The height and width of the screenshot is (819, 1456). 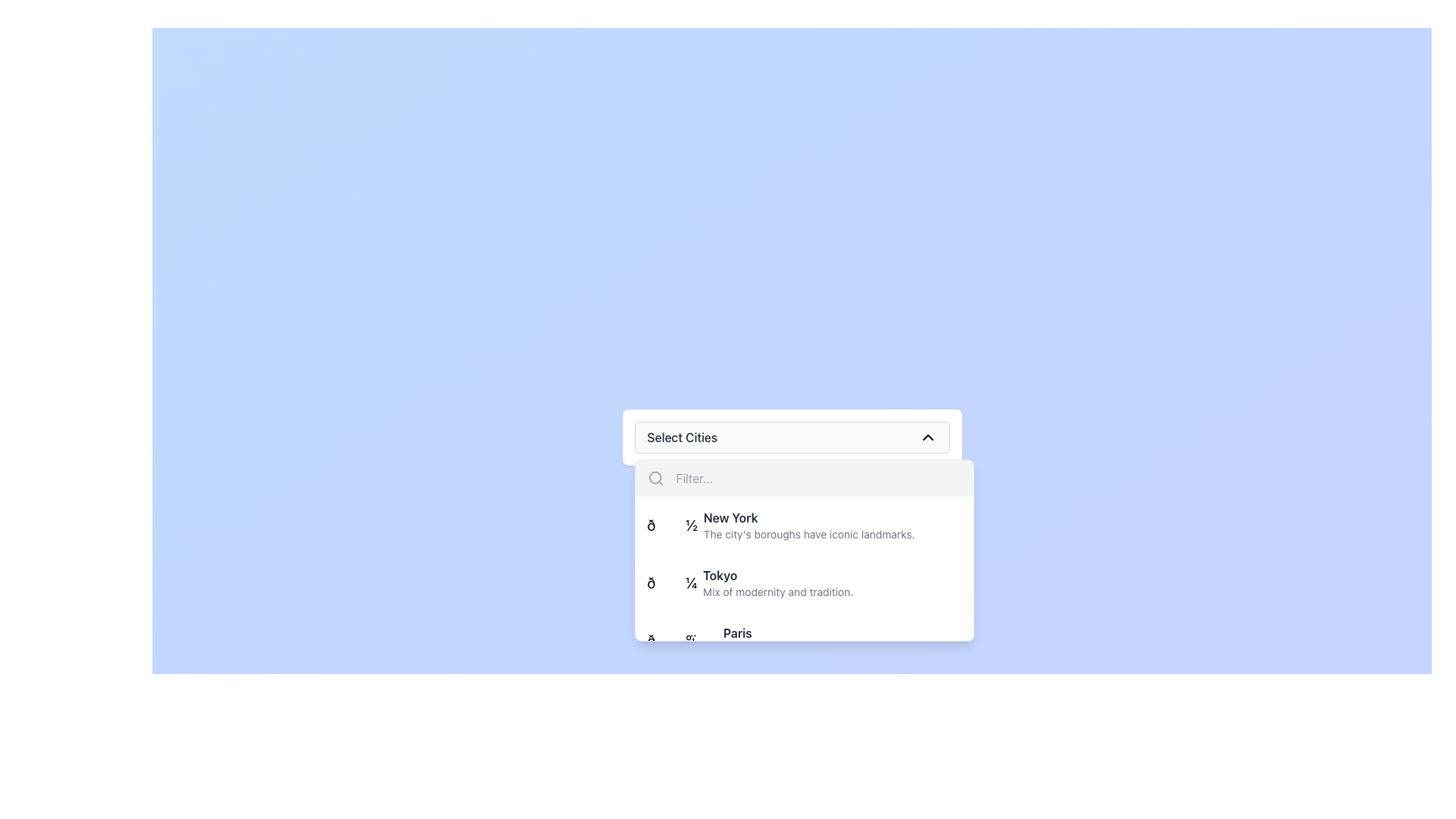 I want to click on the text display element showing 'Tokyo' in the dropdown menu, which is the second entry in the list of selectable cities, so click(x=778, y=582).